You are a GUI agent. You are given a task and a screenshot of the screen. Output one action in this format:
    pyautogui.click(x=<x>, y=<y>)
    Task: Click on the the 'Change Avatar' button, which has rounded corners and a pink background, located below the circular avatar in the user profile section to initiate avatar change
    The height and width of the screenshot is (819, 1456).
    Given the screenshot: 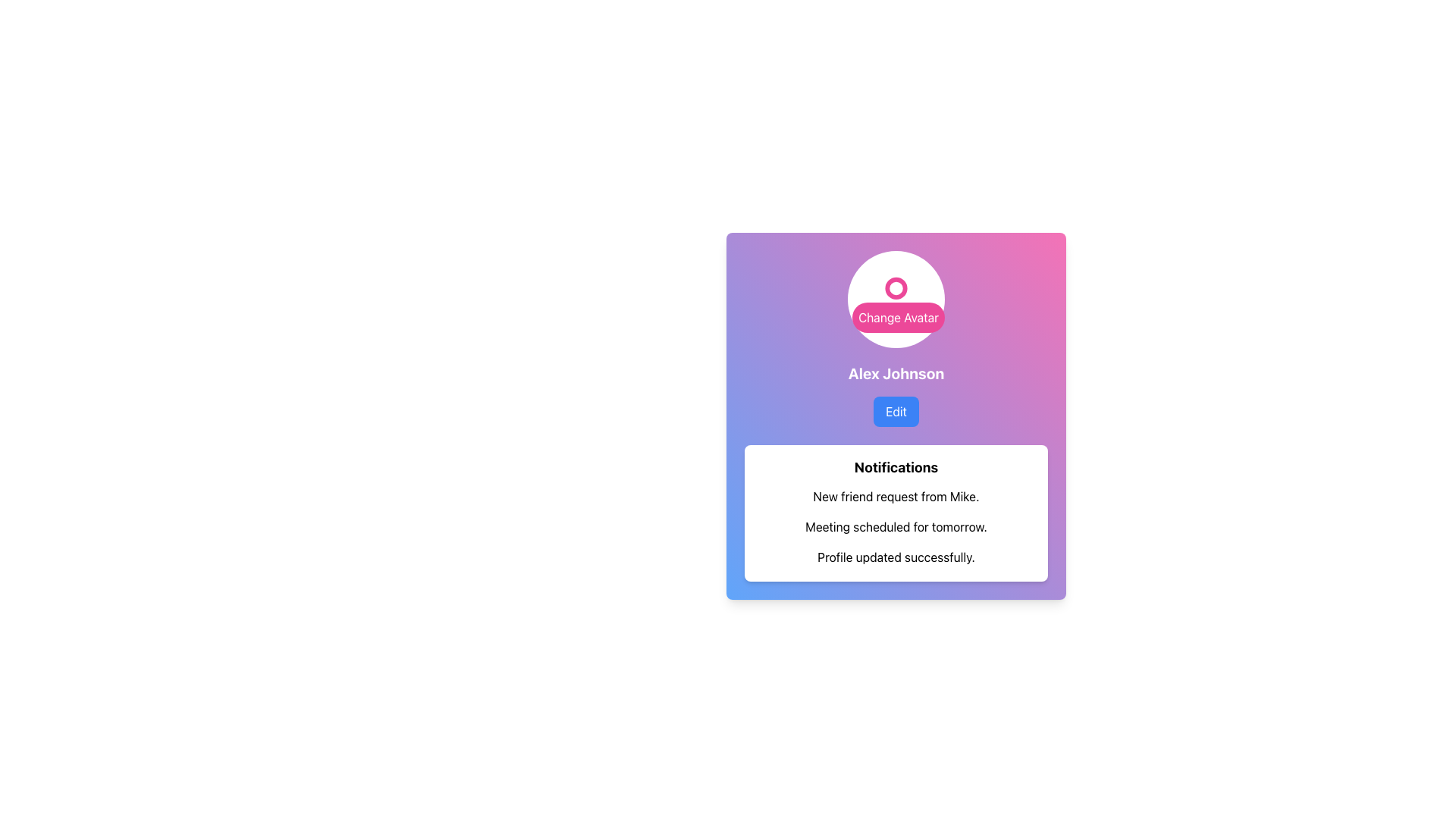 What is the action you would take?
    pyautogui.click(x=899, y=317)
    